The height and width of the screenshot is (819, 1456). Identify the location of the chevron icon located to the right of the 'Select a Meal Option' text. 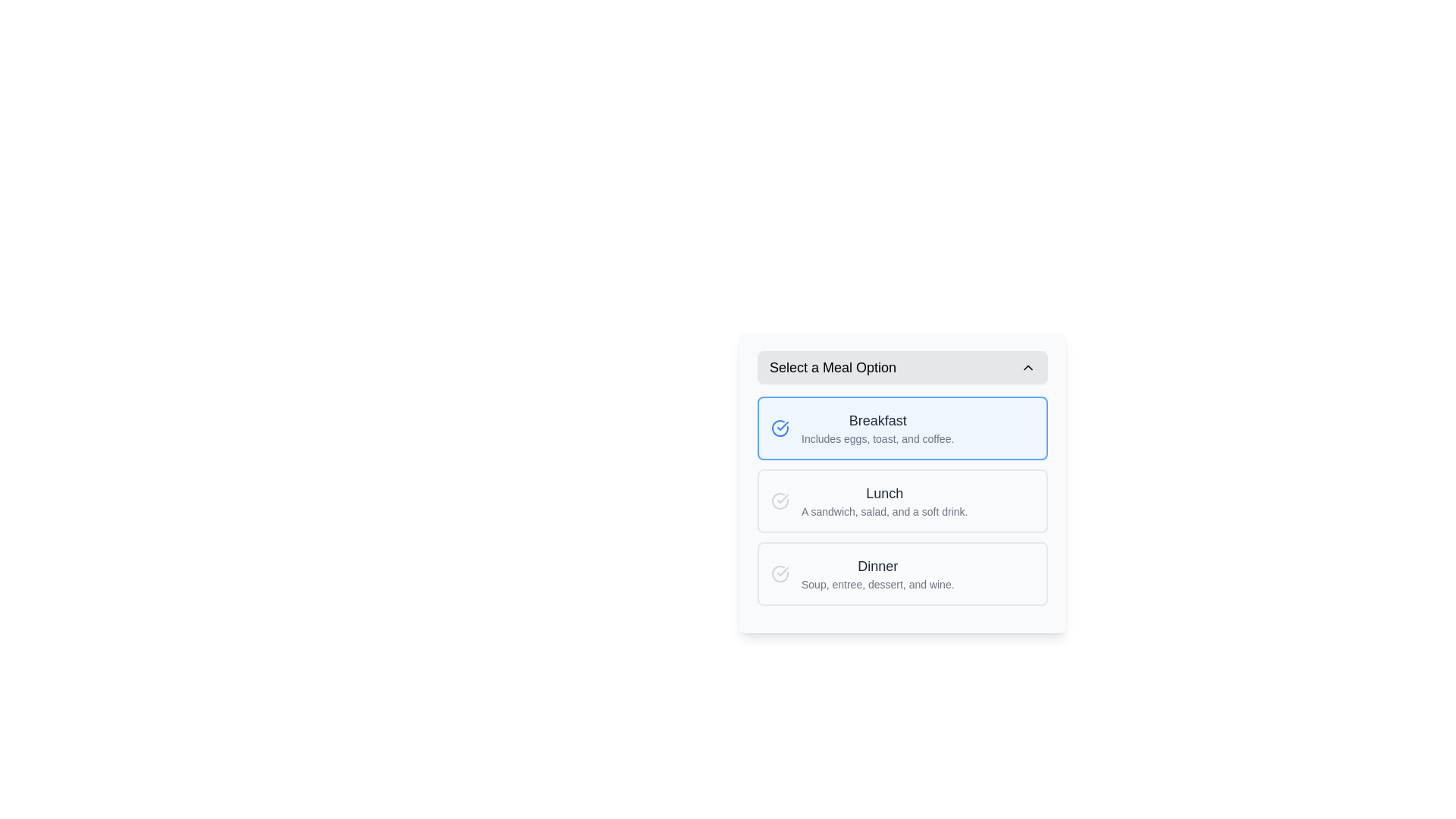
(1028, 368).